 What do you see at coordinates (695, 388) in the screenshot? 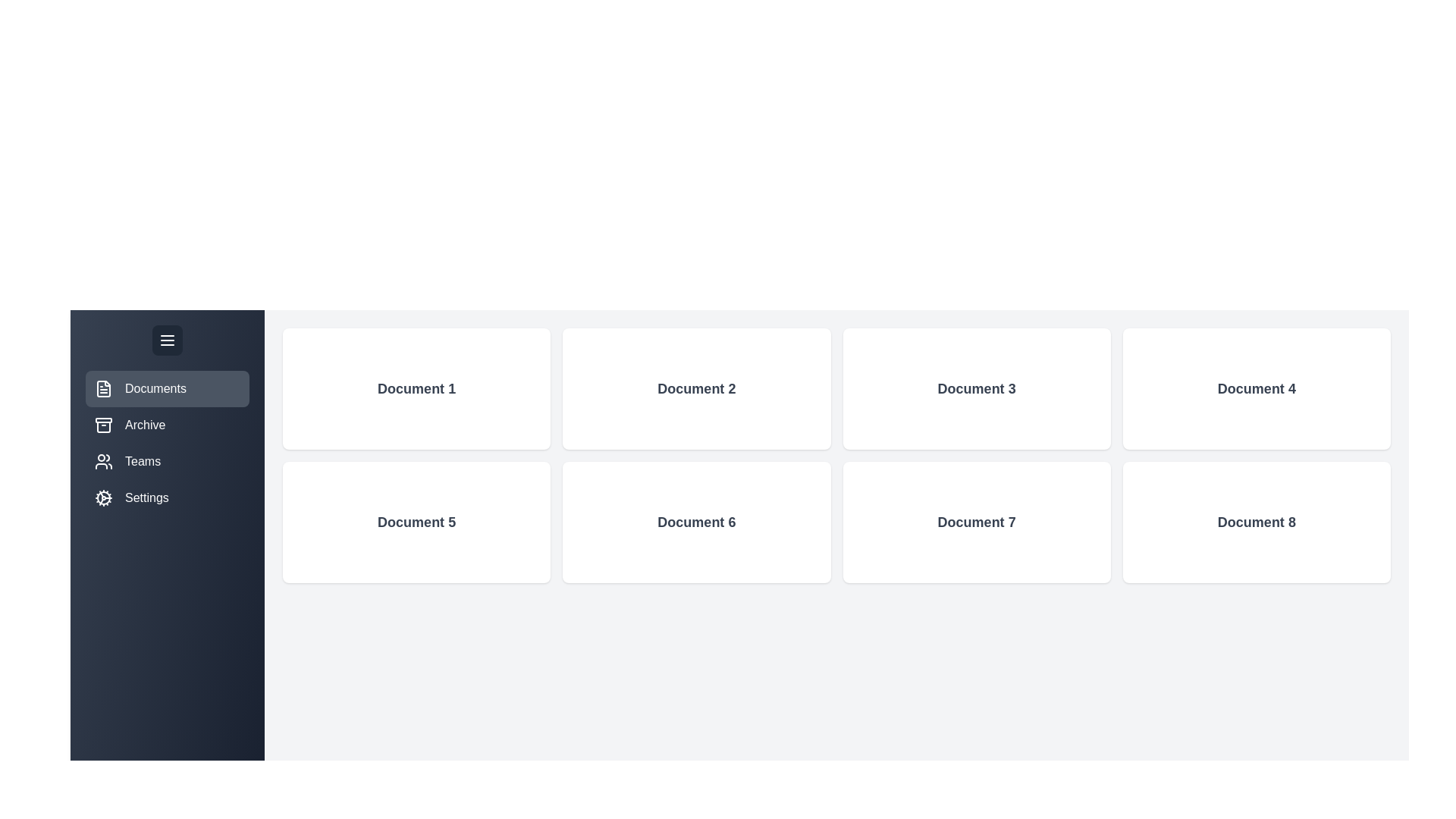
I see `the 'Document 2' card to view its details` at bounding box center [695, 388].